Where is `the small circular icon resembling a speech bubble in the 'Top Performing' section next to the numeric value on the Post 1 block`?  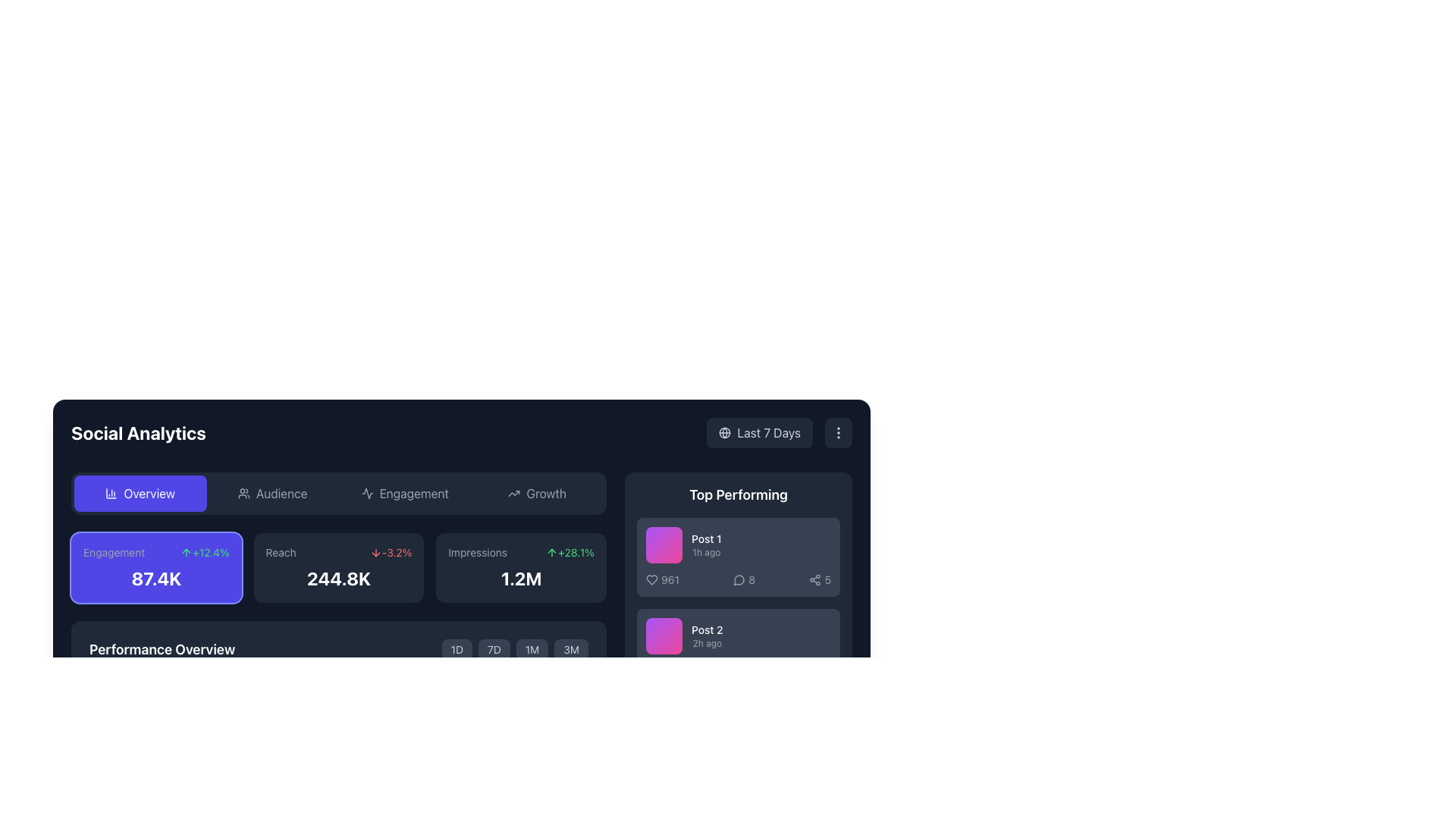 the small circular icon resembling a speech bubble in the 'Top Performing' section next to the numeric value on the Post 1 block is located at coordinates (739, 580).